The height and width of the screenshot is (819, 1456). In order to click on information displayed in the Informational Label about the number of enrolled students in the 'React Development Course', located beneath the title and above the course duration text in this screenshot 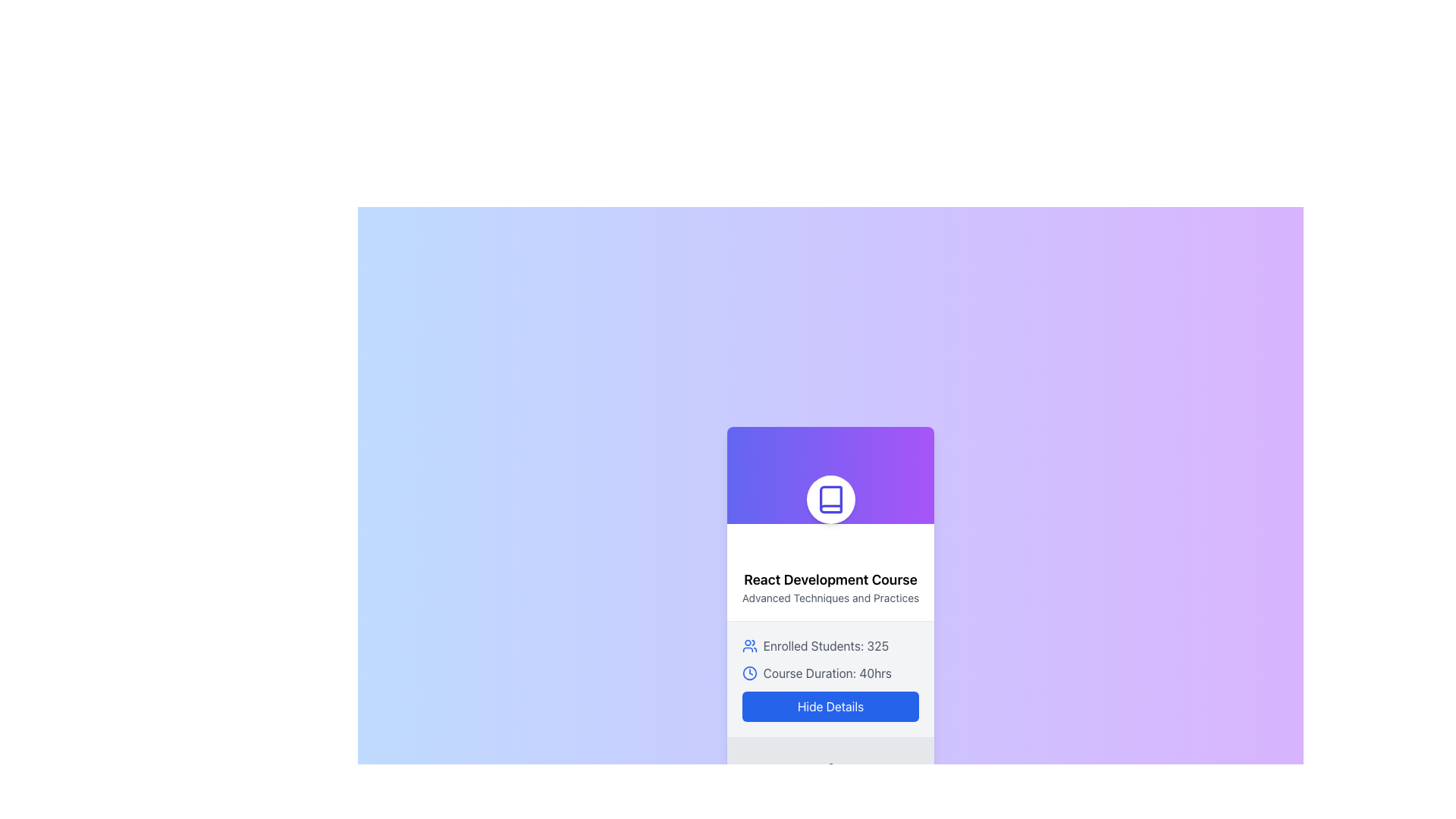, I will do `click(830, 646)`.